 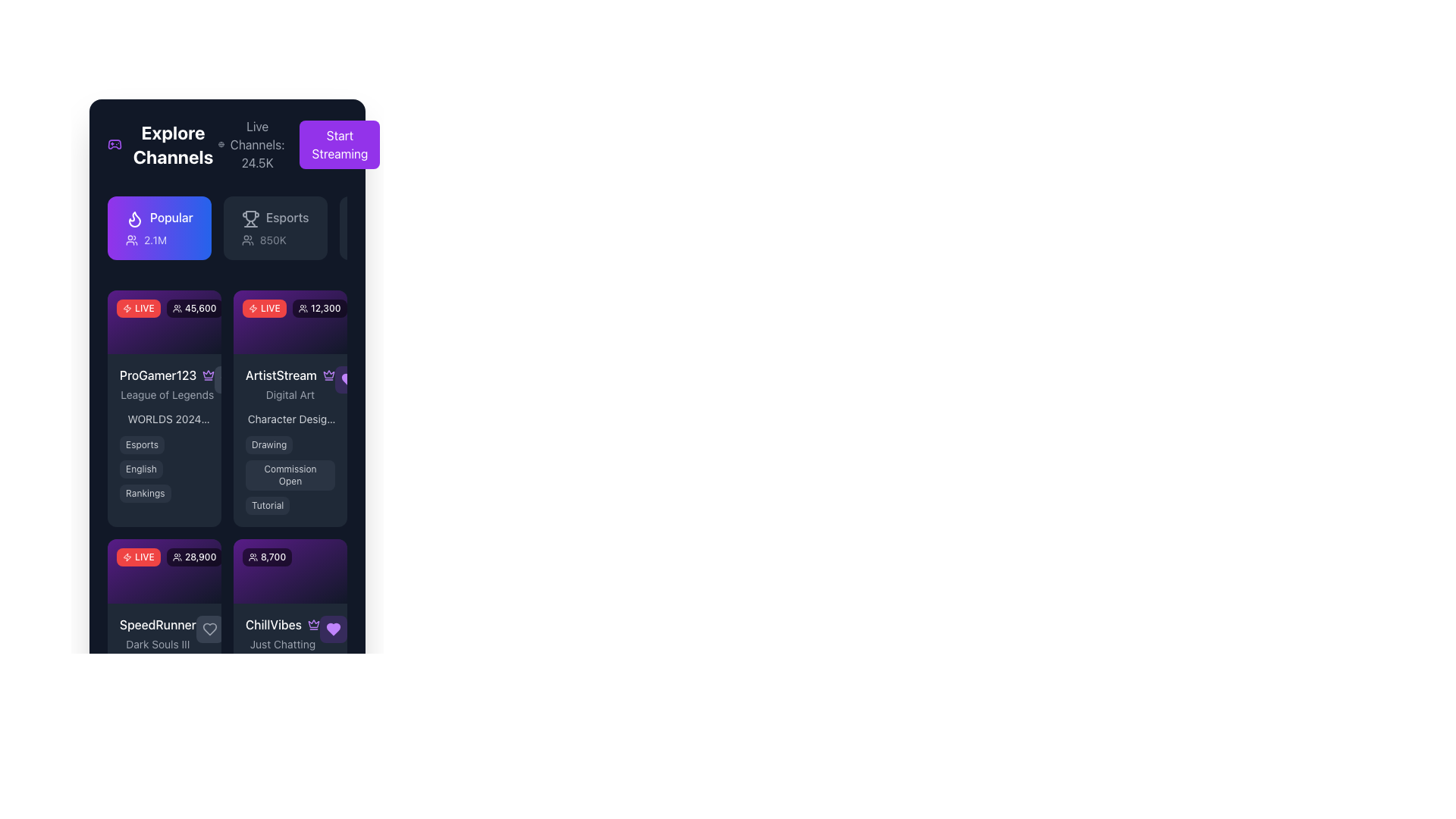 What do you see at coordinates (167, 394) in the screenshot?
I see `text displayed in the Text Label that shows the name of the game associated with user 'ProGamer123', which is located in the card section dedicated to this user` at bounding box center [167, 394].